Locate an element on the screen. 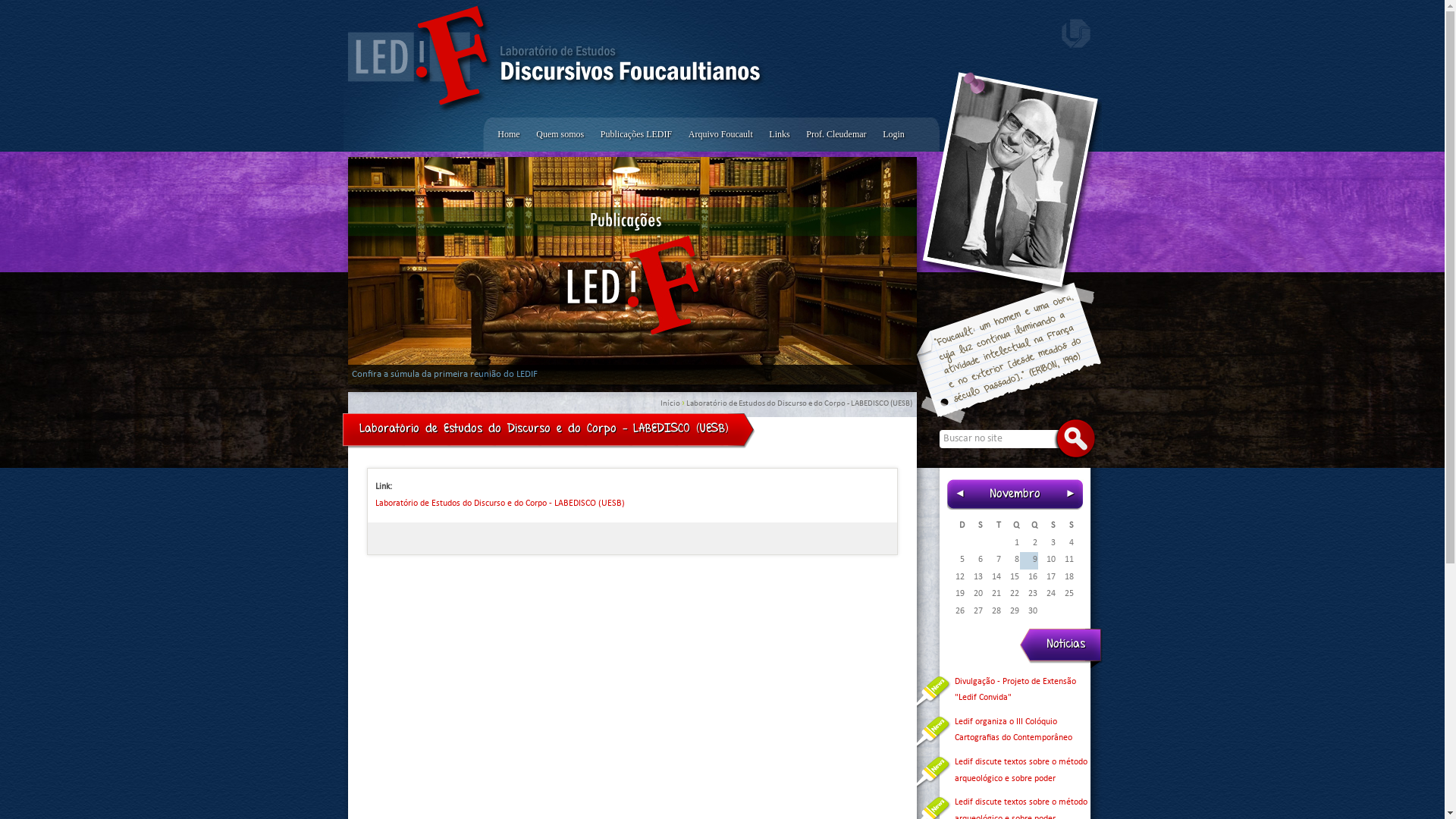 Image resolution: width=1456 pixels, height=819 pixels. 'Home' is located at coordinates (490, 133).